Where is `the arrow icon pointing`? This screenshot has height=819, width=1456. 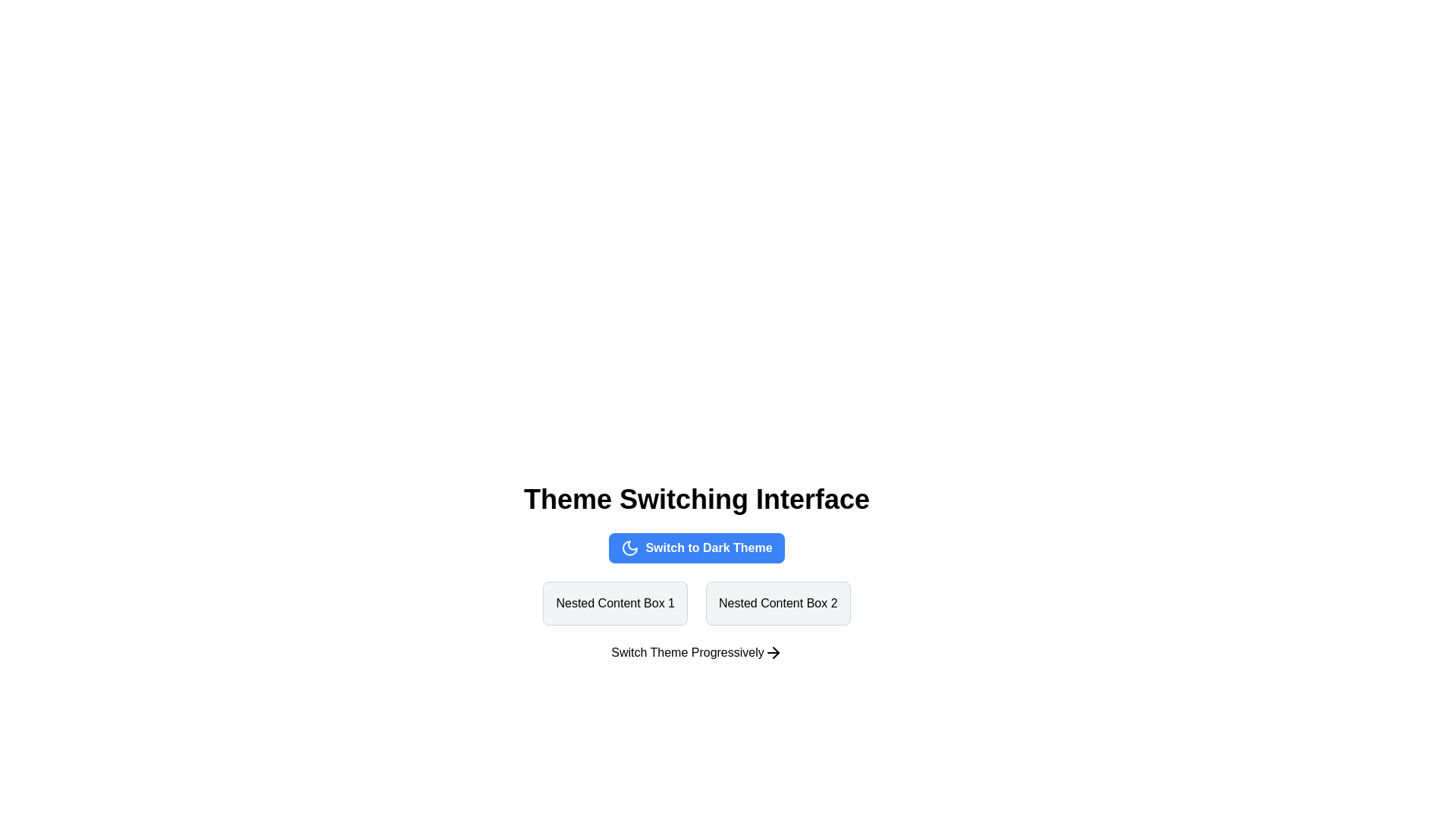
the arrow icon pointing is located at coordinates (773, 651).